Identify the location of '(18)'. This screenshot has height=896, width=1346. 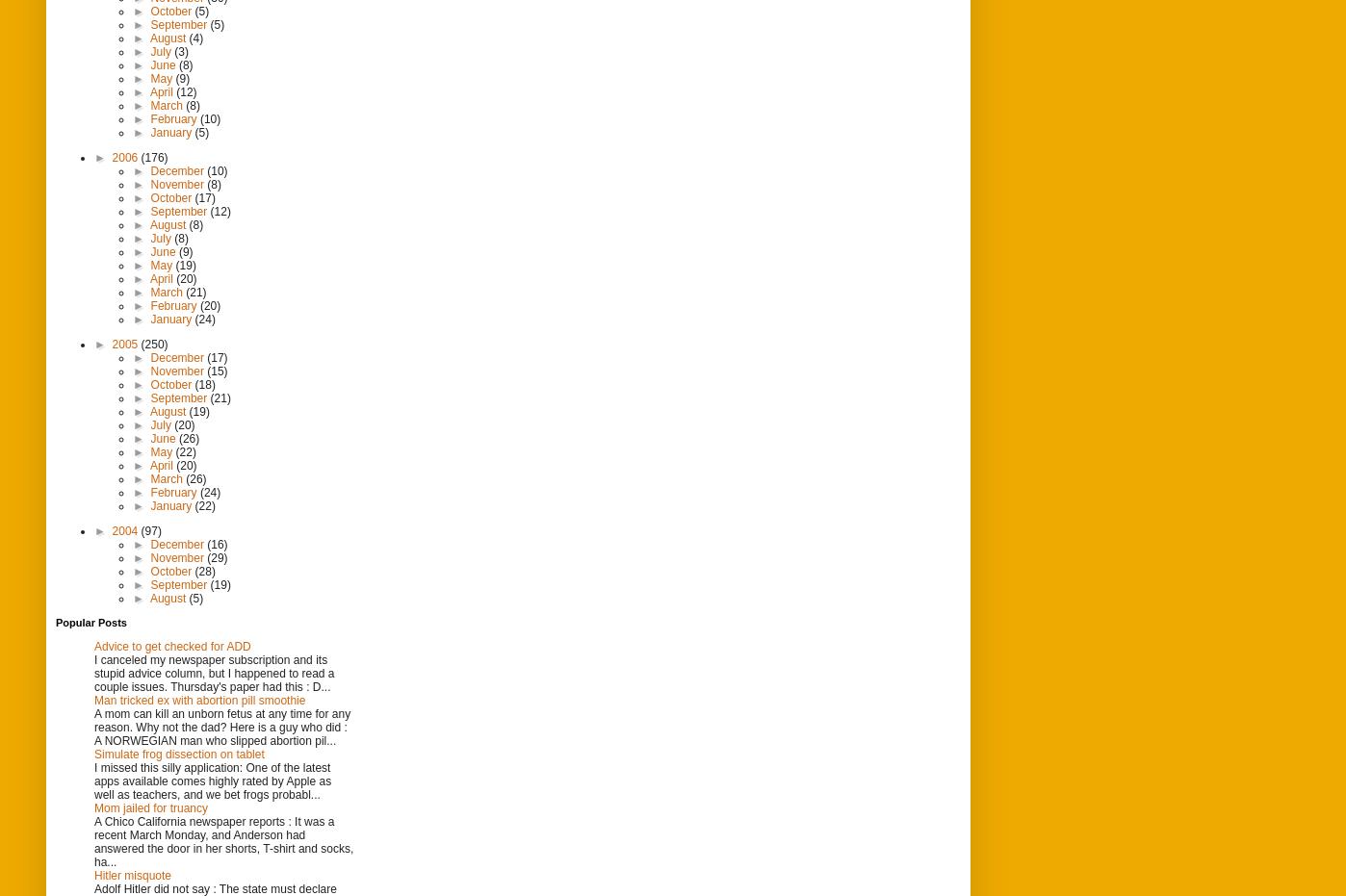
(204, 384).